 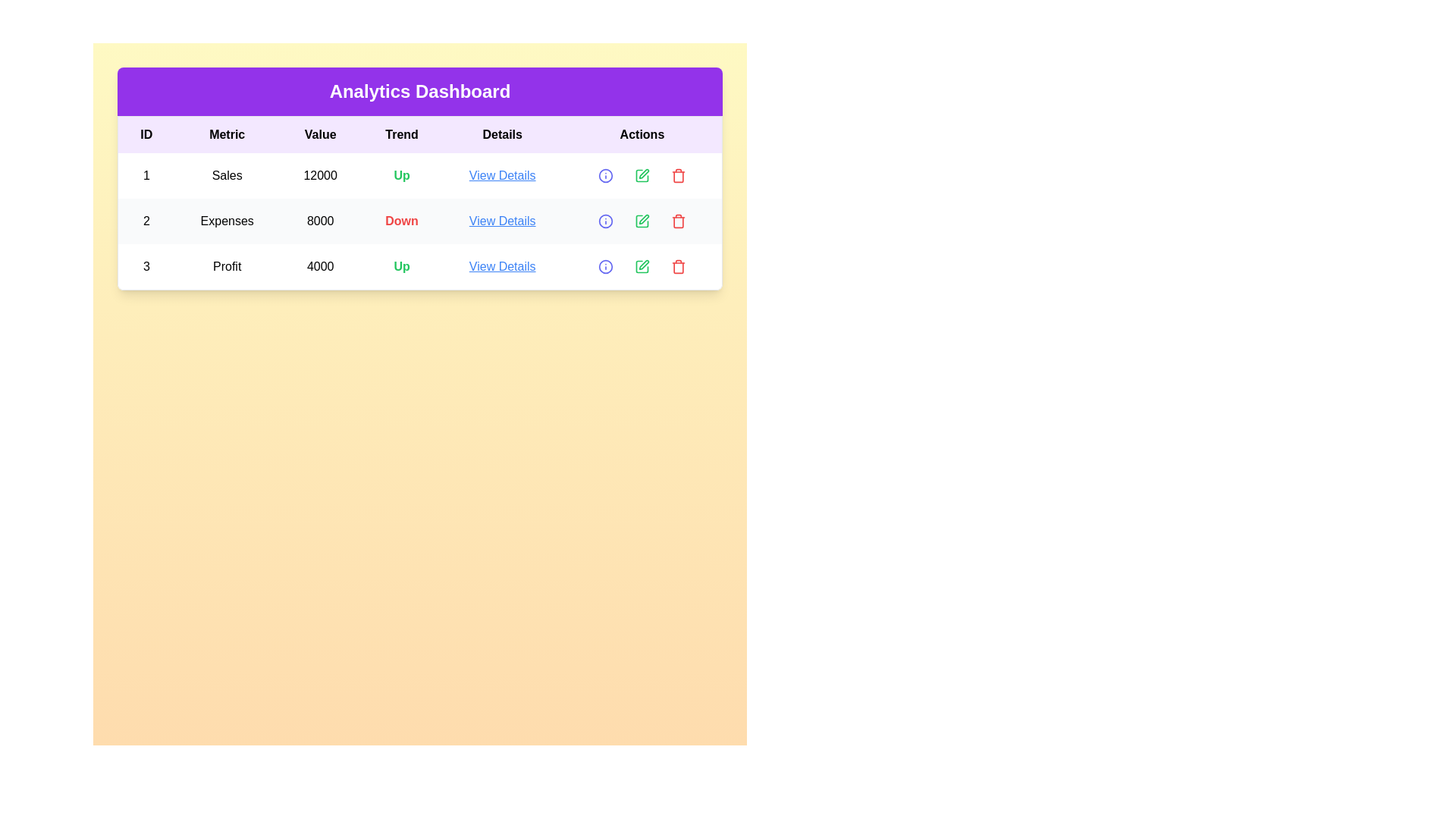 What do you see at coordinates (419, 202) in the screenshot?
I see `the 'Trend' column of the second row in the table, which displays the text 'Down' in red, to initiate potential interactions` at bounding box center [419, 202].